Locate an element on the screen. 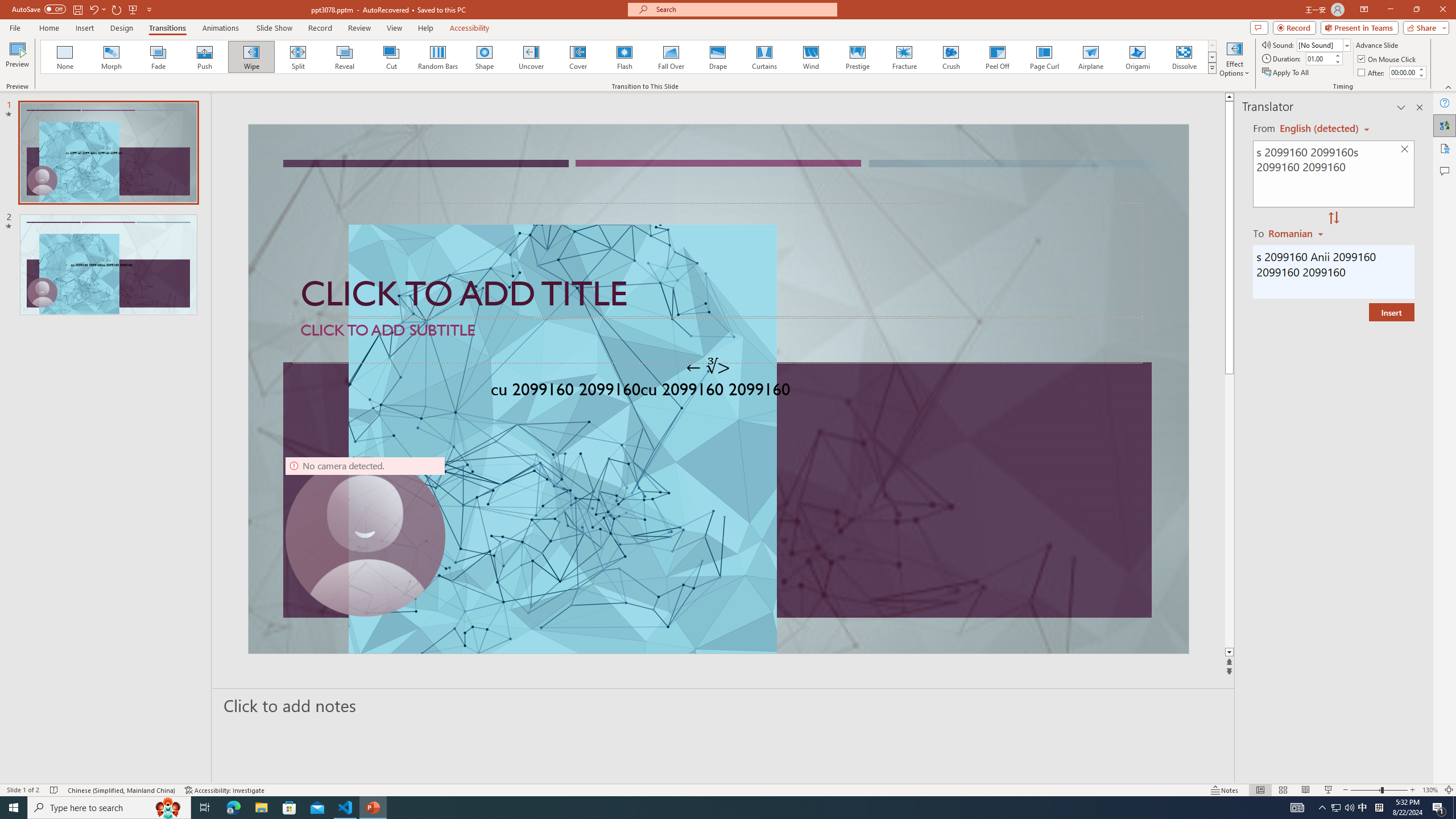 This screenshot has width=1456, height=819. 'Reveal' is located at coordinates (345, 56).